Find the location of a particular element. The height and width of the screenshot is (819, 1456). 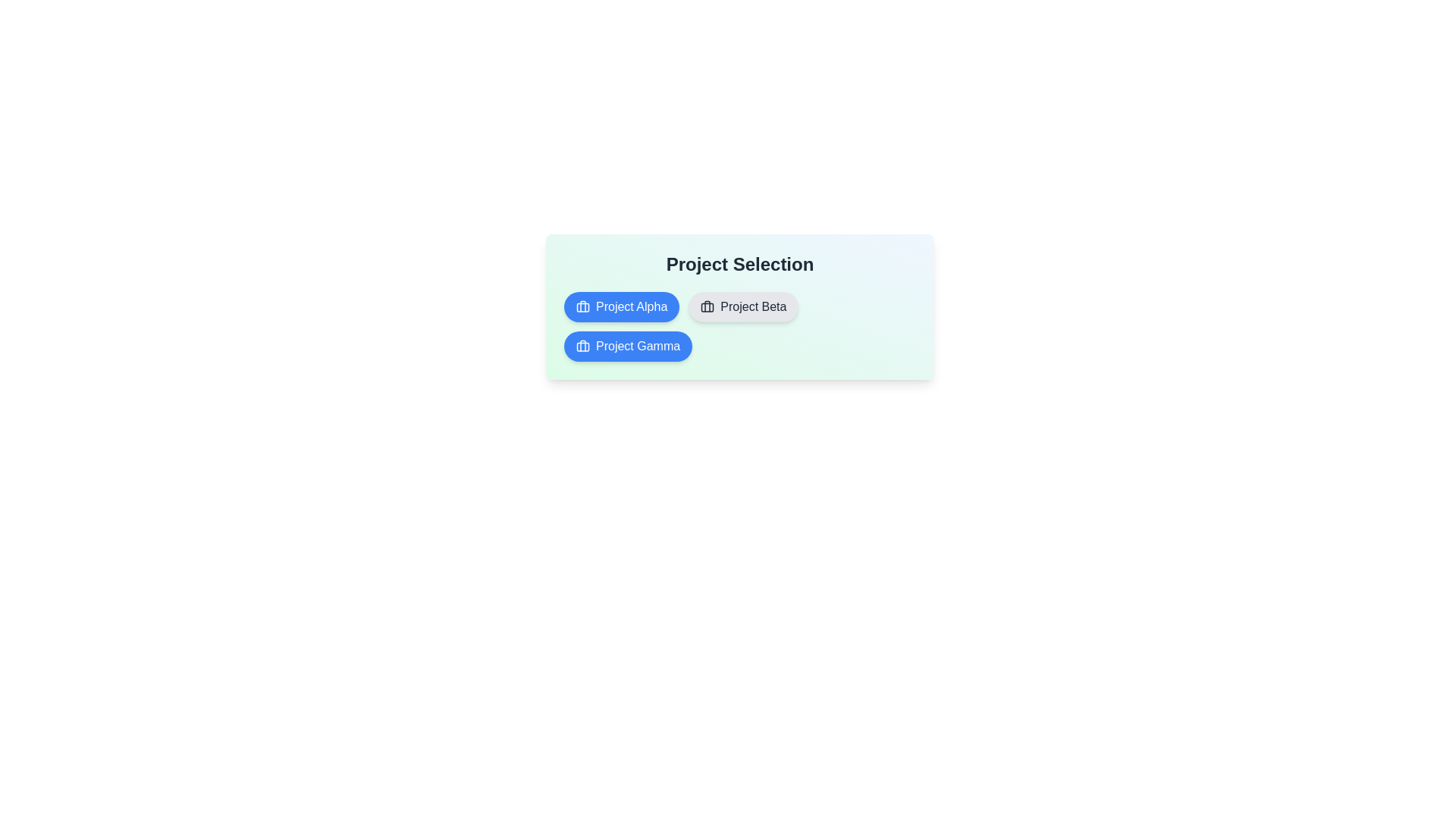

the project chip labeled Project Beta is located at coordinates (743, 307).